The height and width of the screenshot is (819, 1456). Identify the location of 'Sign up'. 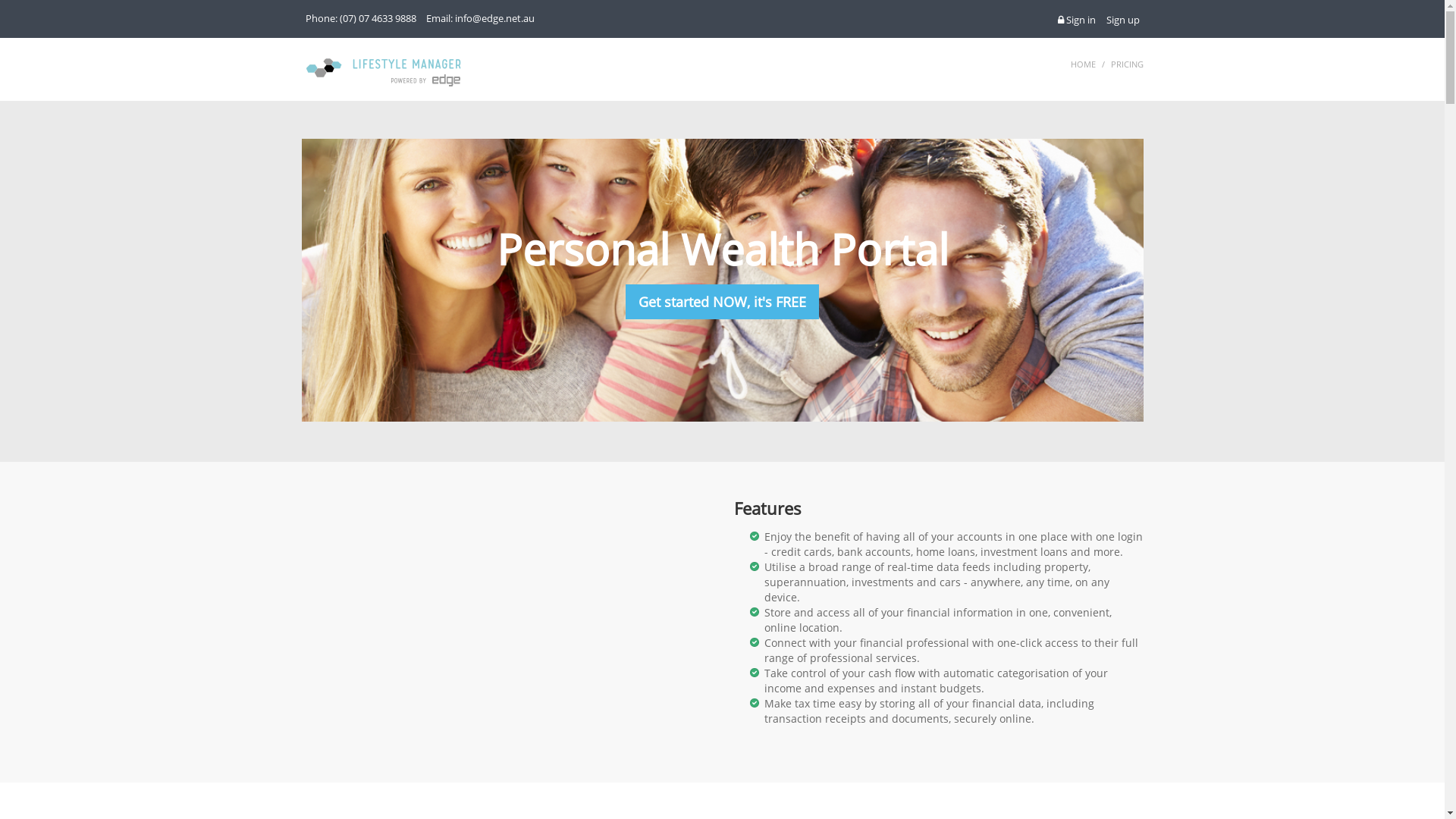
(1122, 20).